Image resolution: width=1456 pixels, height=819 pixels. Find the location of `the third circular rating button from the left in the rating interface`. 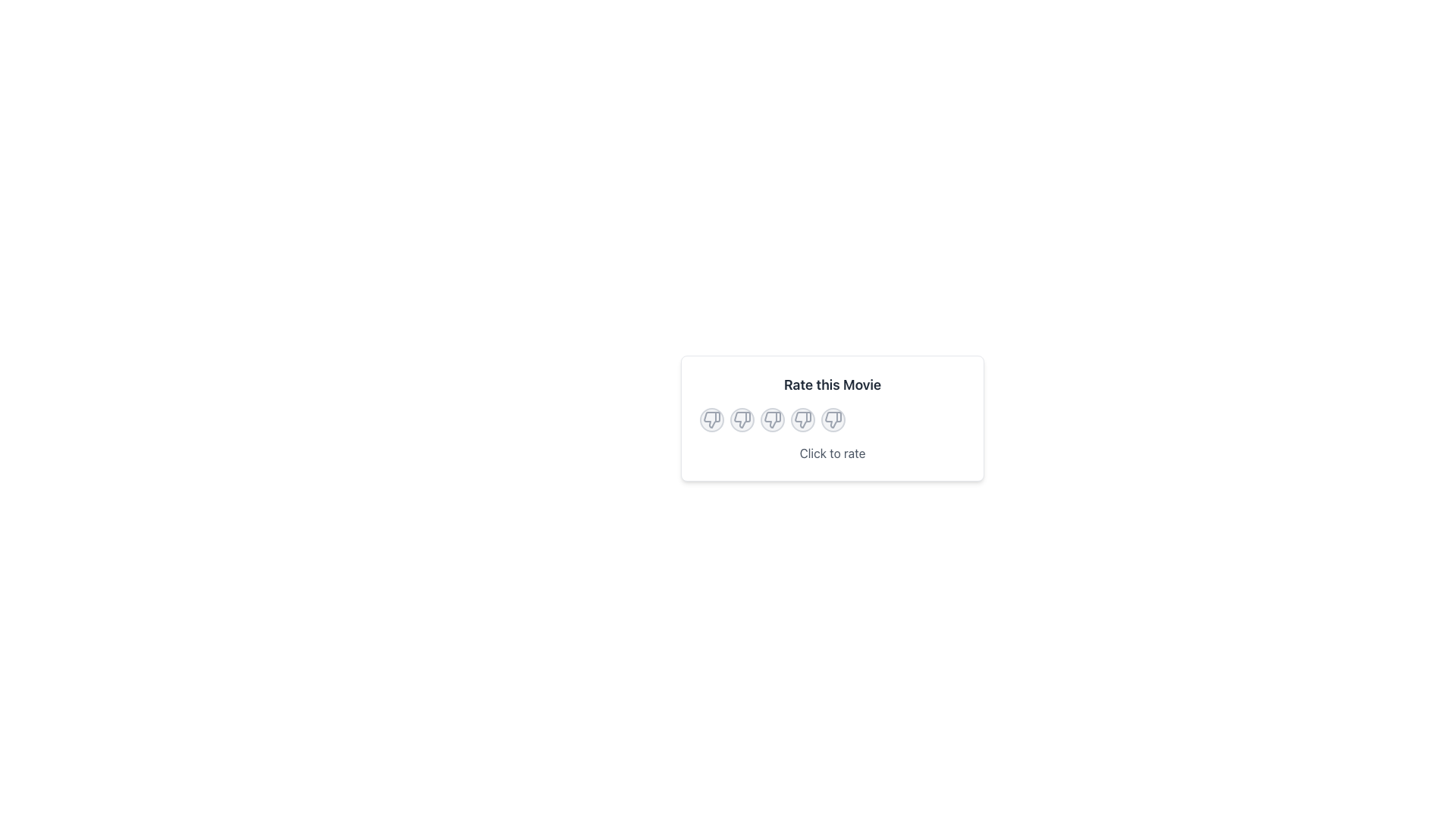

the third circular rating button from the left in the rating interface is located at coordinates (772, 420).